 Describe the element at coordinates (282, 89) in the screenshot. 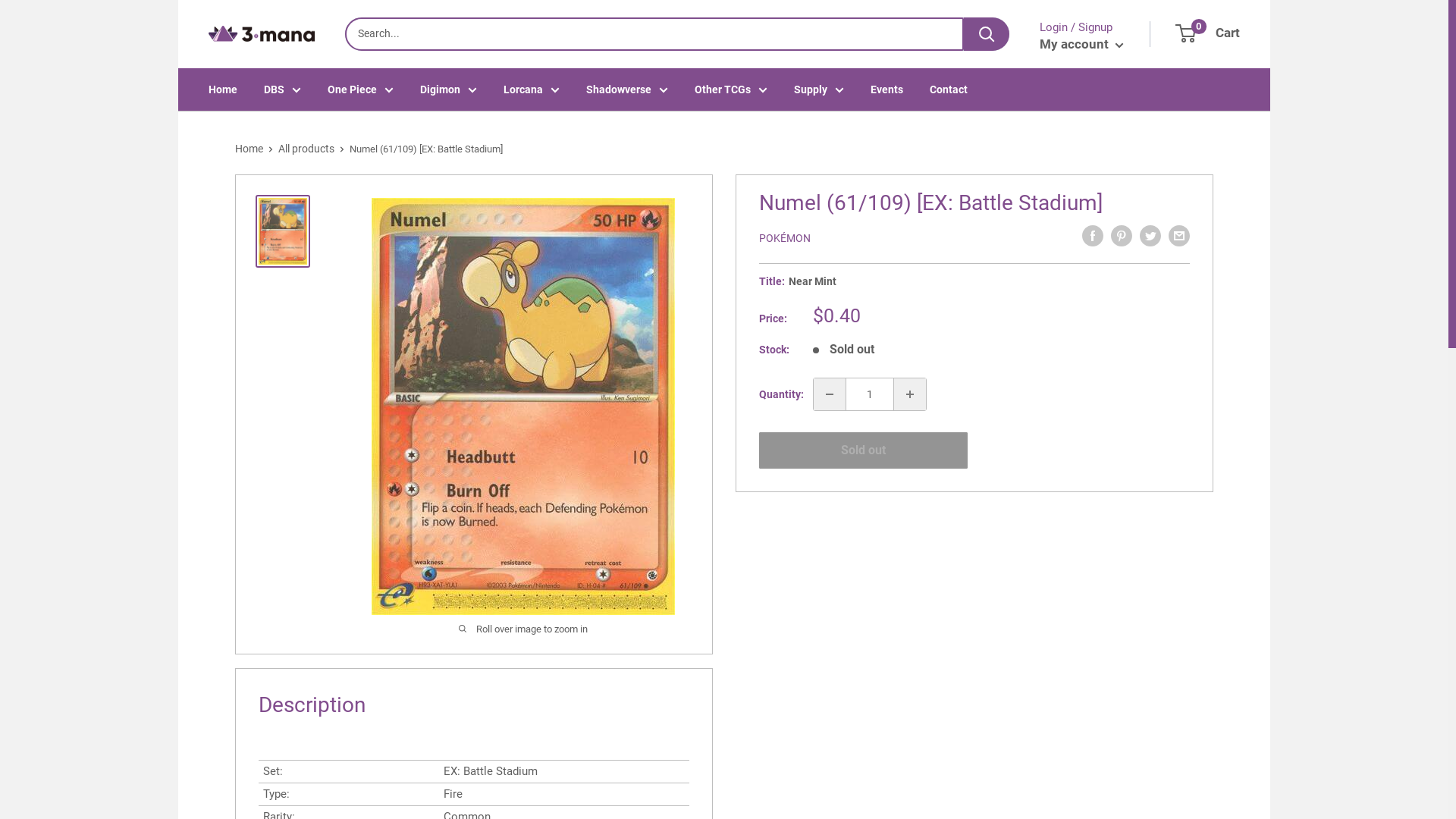

I see `'DBS'` at that location.